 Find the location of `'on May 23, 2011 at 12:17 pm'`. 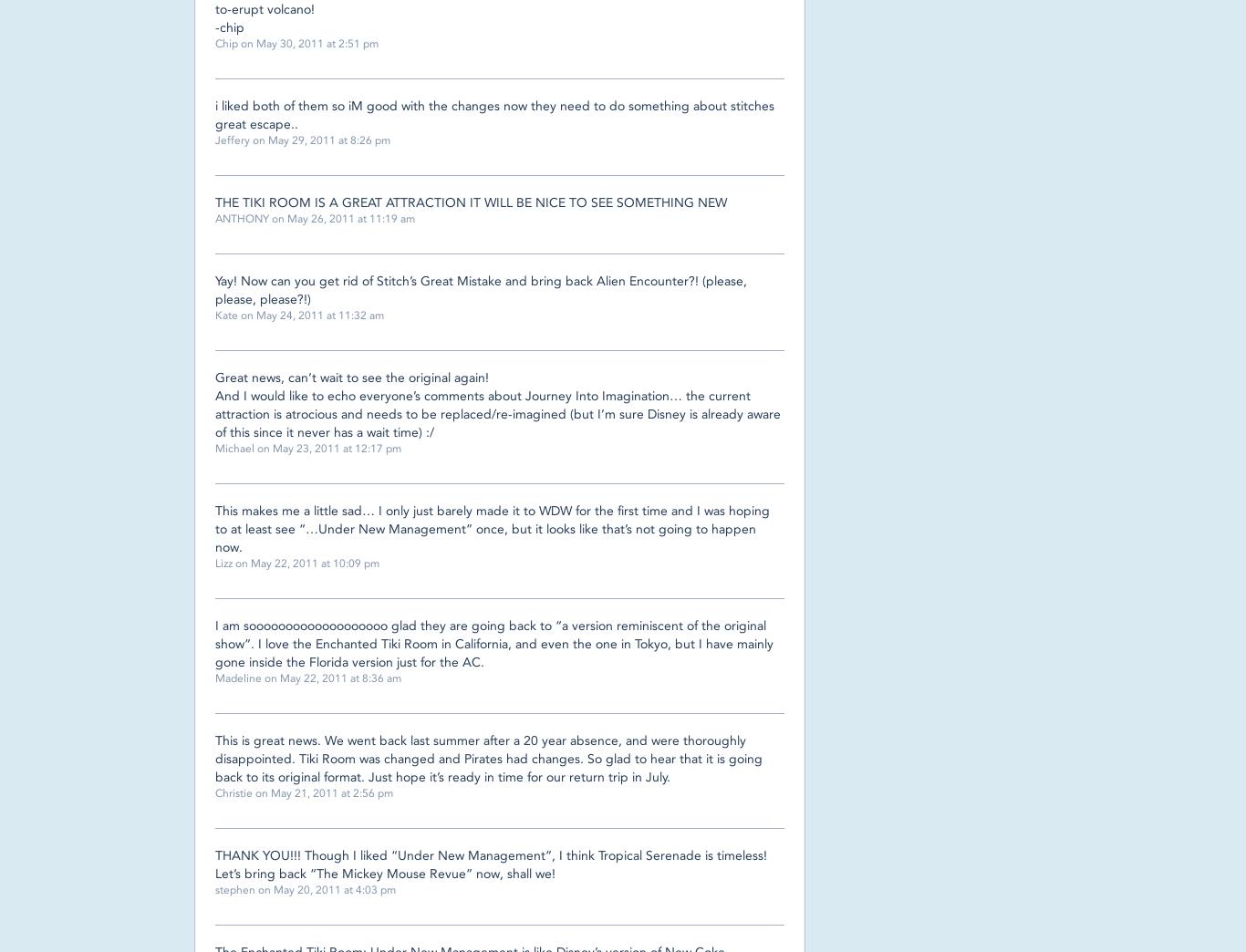

'on May 23, 2011 at 12:17 pm' is located at coordinates (327, 449).